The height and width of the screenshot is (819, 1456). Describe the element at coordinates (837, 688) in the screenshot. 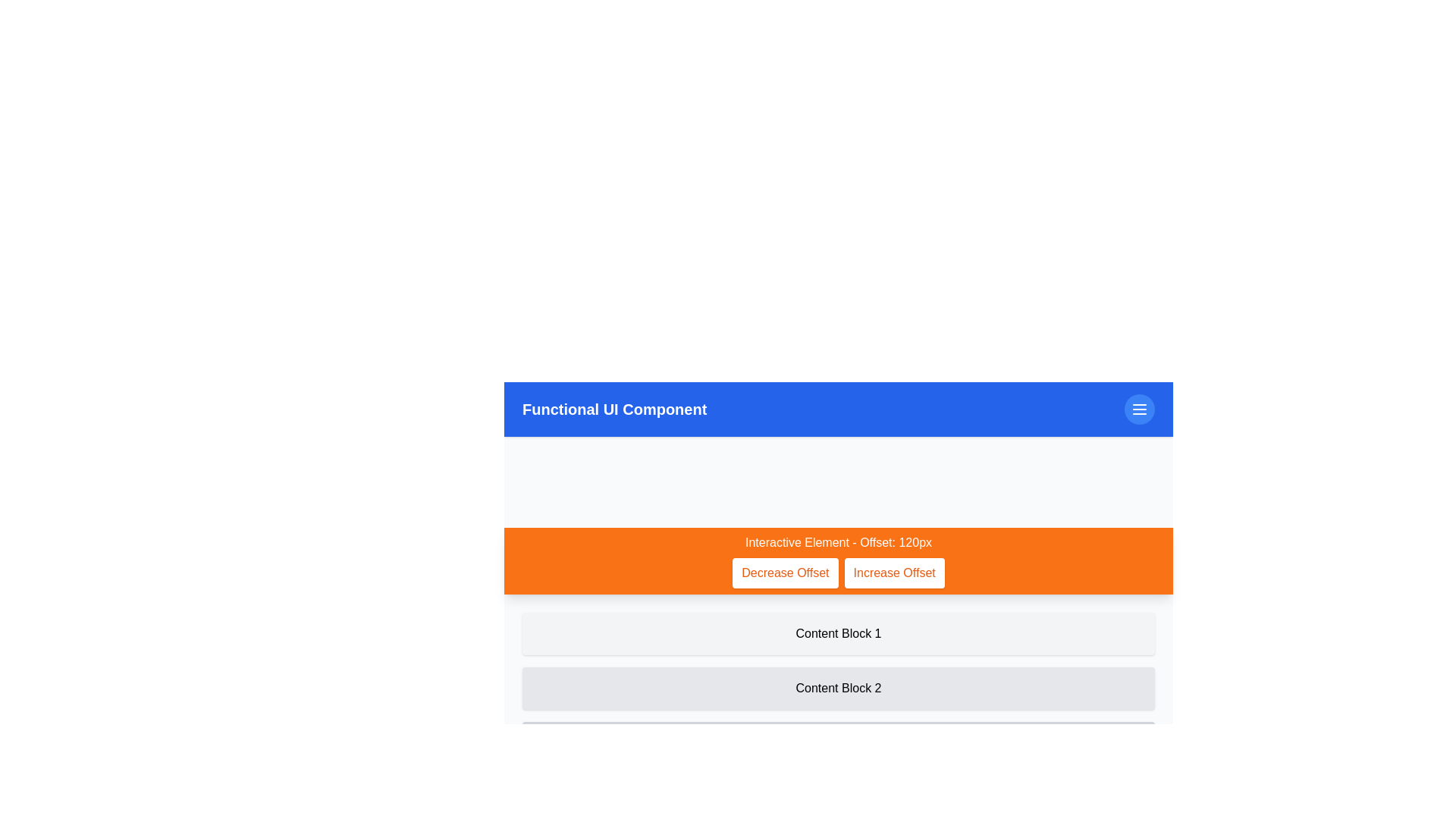

I see `the second content block, which is a horizontally stretched rectangular element with light gray shading and rounded corners, containing centered black text reading 'Content Block 2.'` at that location.